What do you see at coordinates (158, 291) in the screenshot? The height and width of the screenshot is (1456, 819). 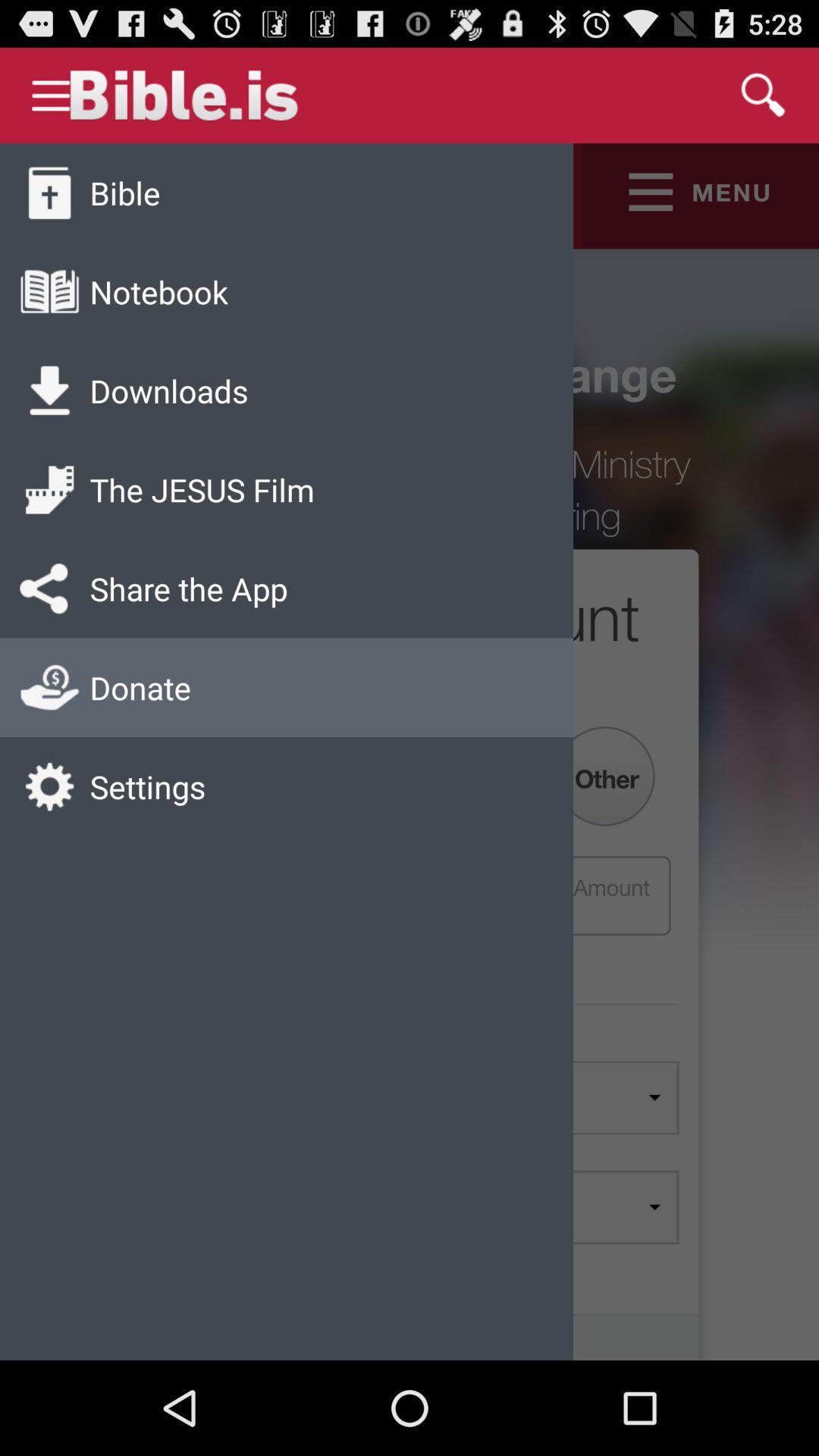 I see `notebook item` at bounding box center [158, 291].